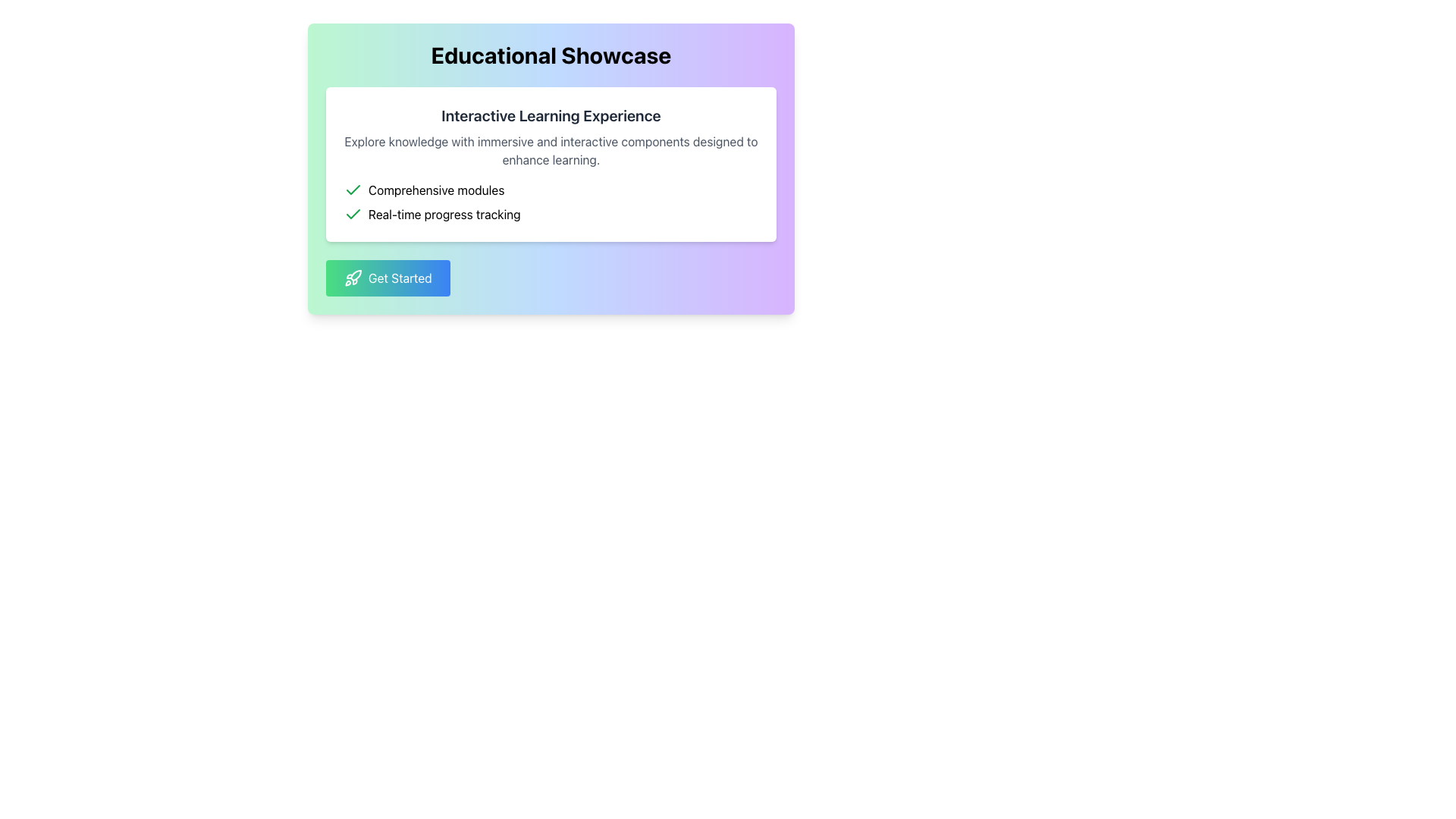 This screenshot has width=1456, height=819. What do you see at coordinates (400, 278) in the screenshot?
I see `the 'Get Started' static text label within the button` at bounding box center [400, 278].